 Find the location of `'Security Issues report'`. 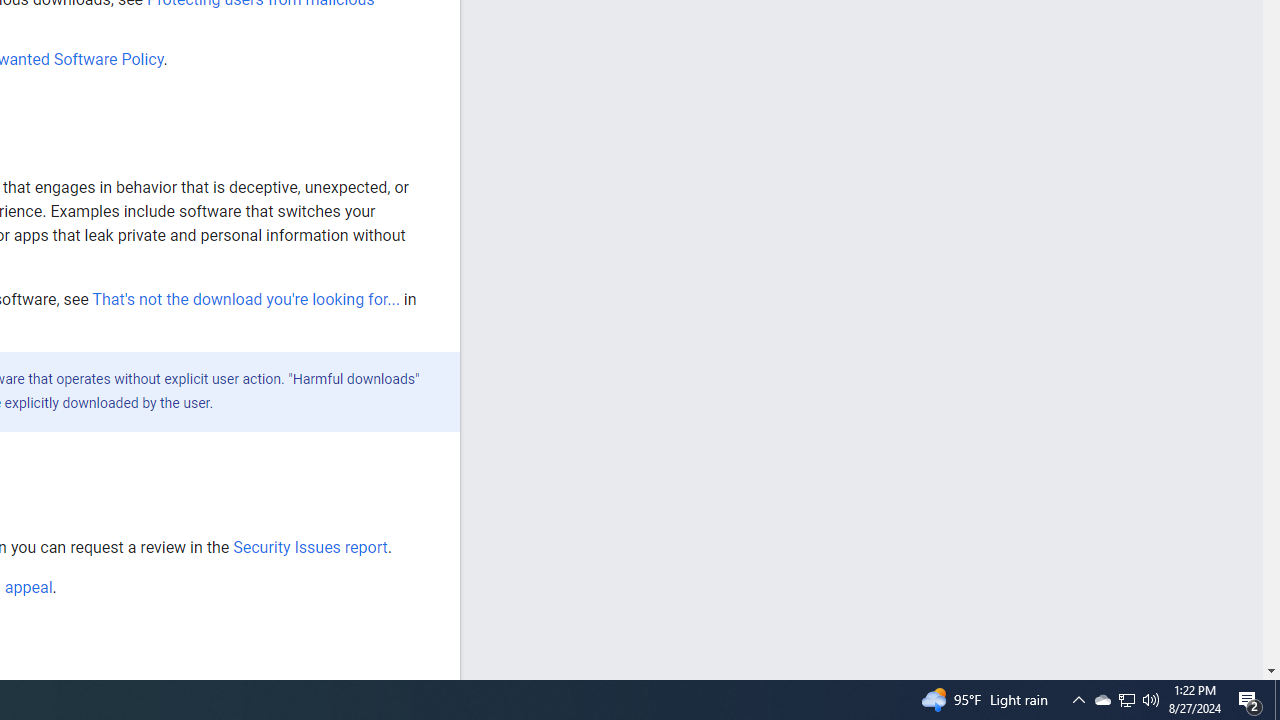

'Security Issues report' is located at coordinates (309, 547).